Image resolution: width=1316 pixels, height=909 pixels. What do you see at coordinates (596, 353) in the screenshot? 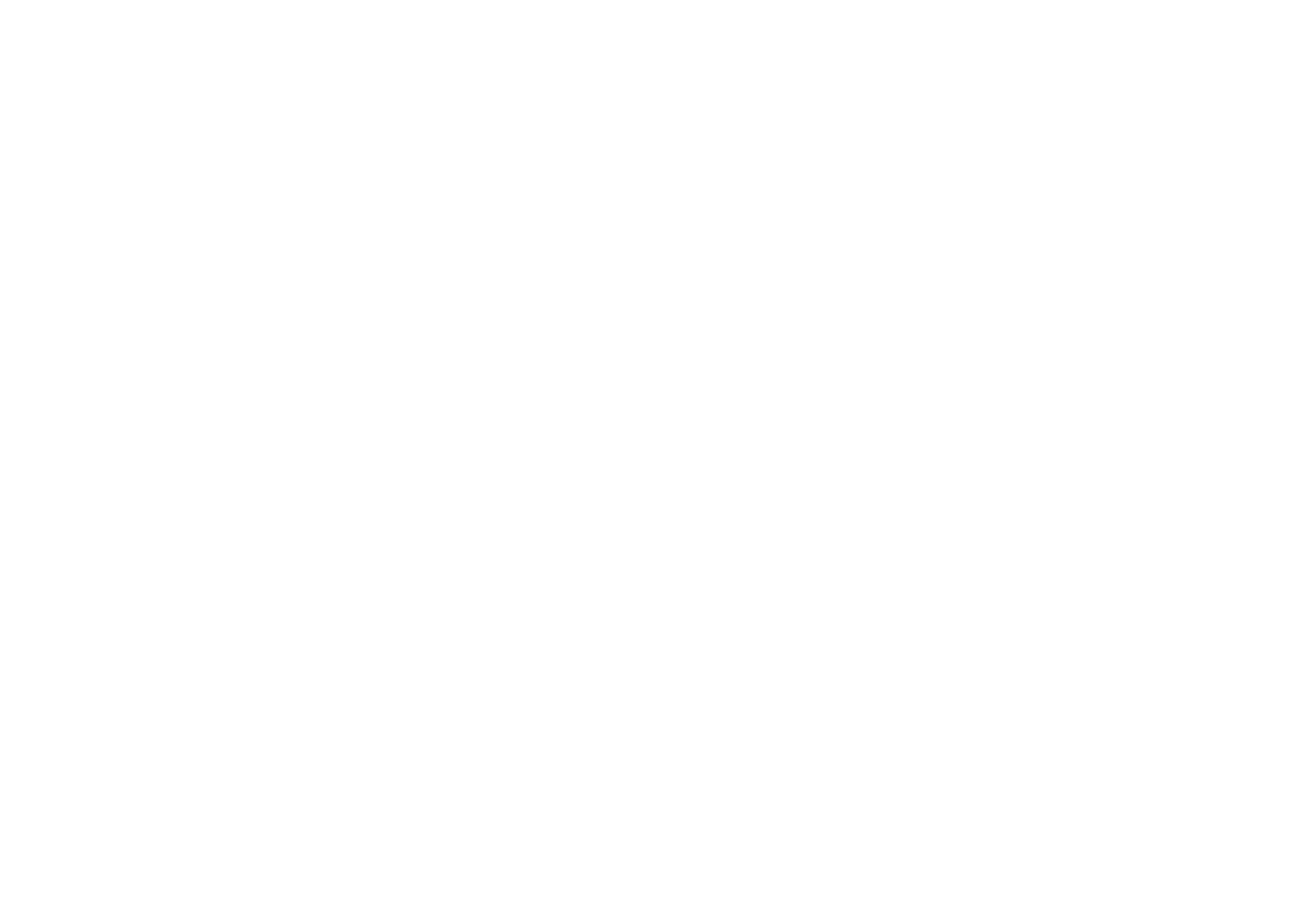
I see `'4'` at bounding box center [596, 353].